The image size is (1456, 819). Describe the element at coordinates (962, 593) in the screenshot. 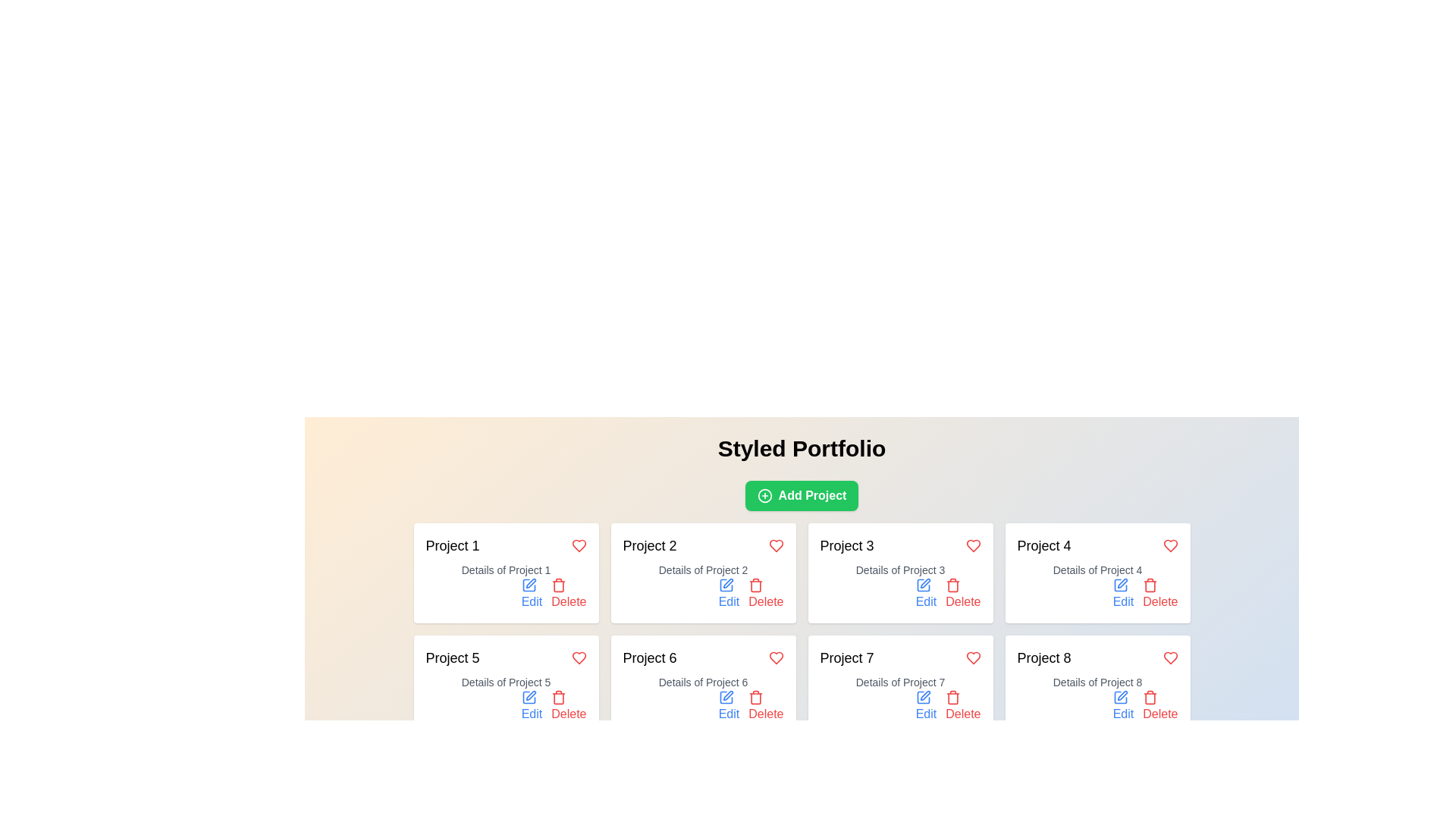

I see `the delete button located in the bottom-right corner of the 'Project 3' card` at that location.